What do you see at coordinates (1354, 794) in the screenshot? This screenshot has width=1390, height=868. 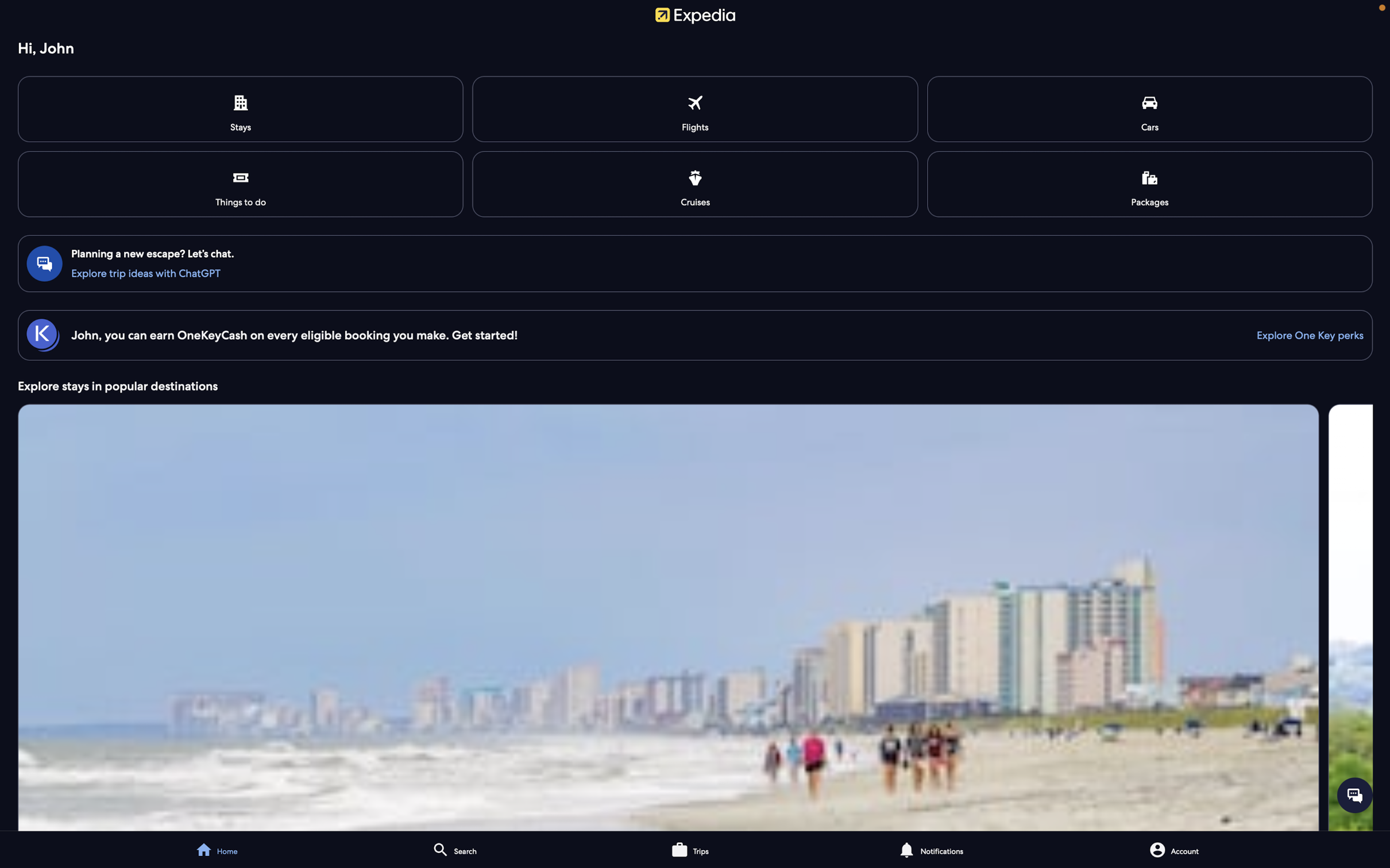 I see `Click the icon to chat with virtual agent` at bounding box center [1354, 794].